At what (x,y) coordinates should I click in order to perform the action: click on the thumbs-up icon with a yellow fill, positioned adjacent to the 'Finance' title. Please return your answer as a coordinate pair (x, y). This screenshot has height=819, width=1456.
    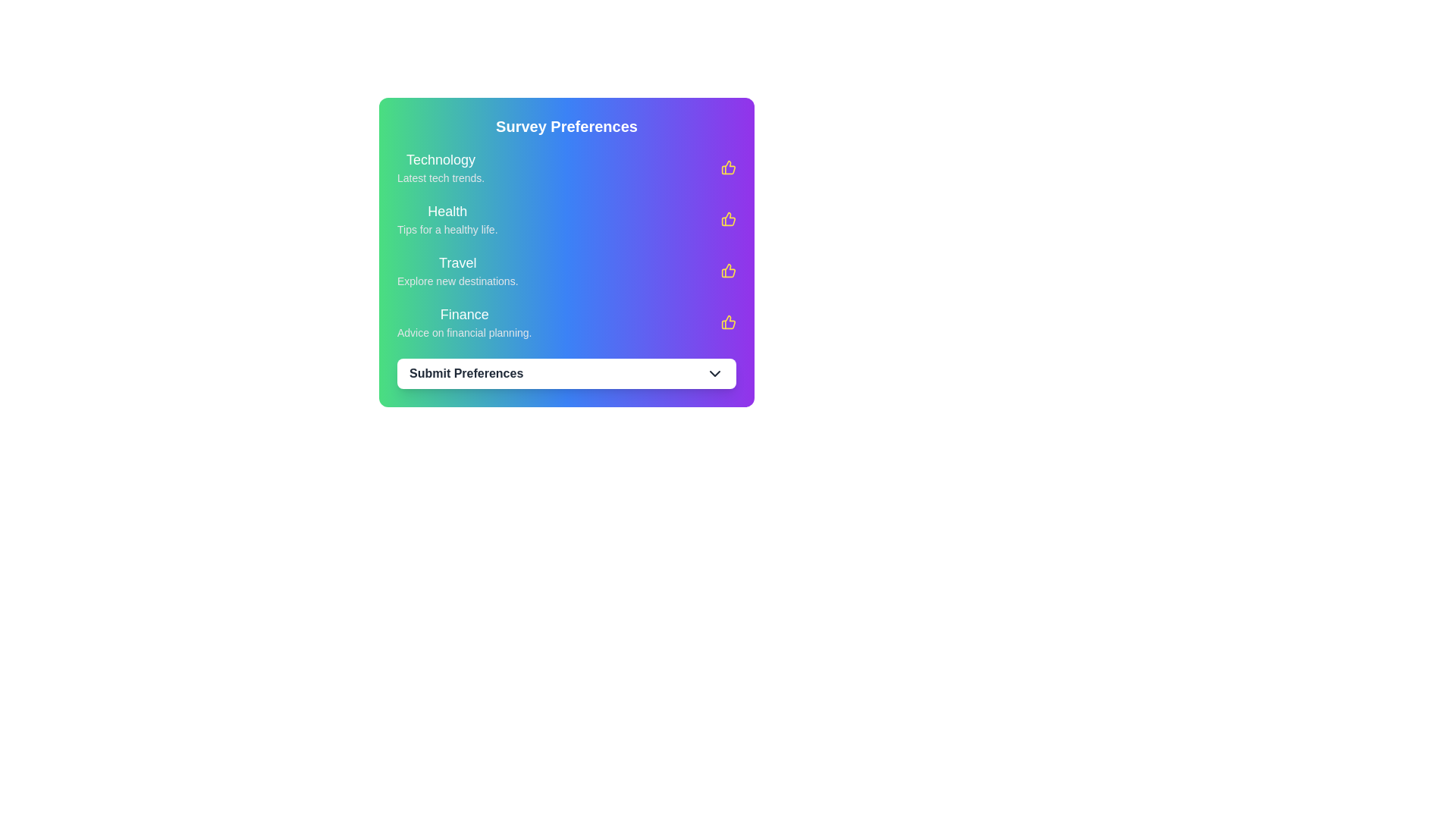
    Looking at the image, I should click on (716, 321).